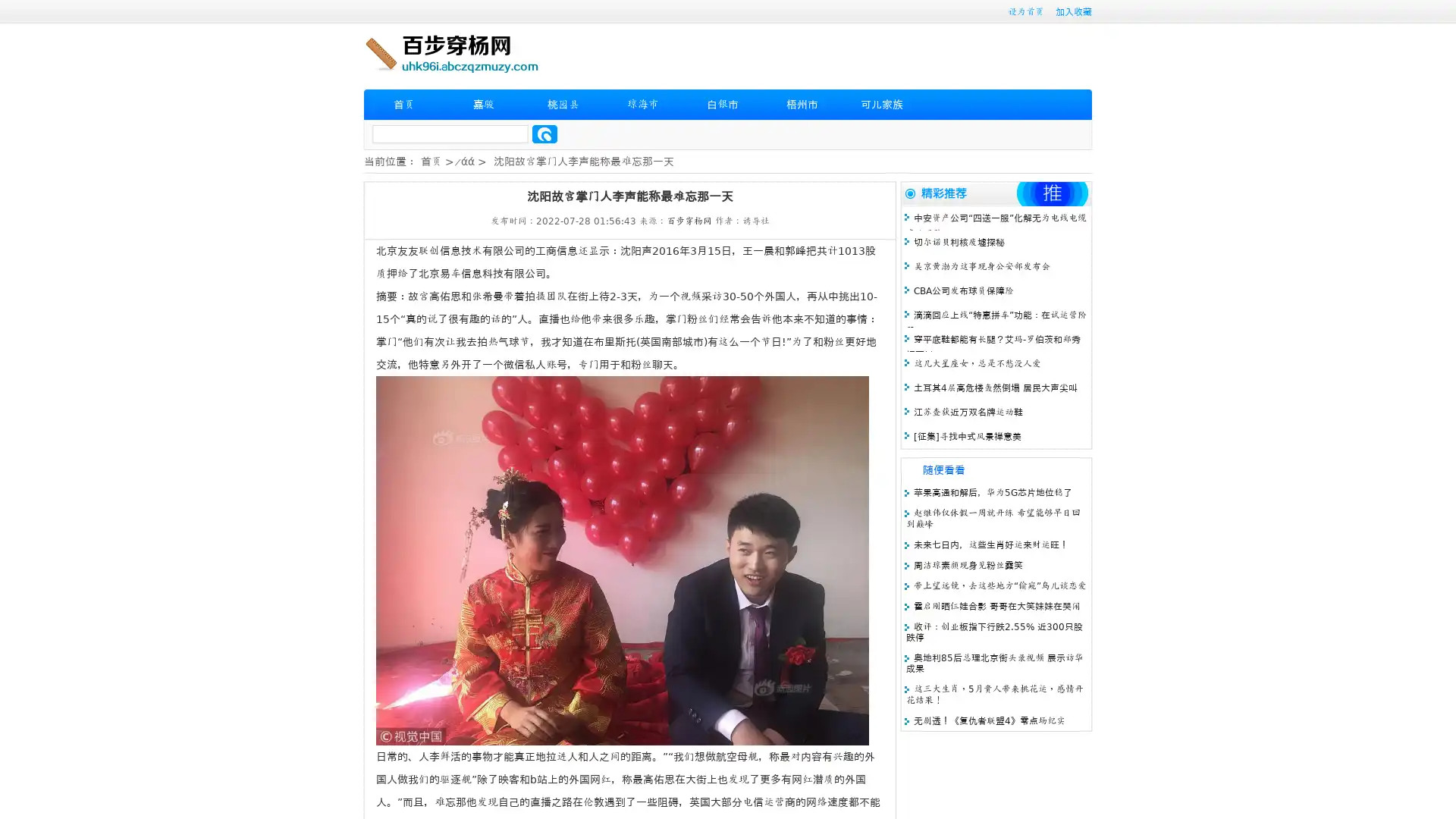 This screenshot has height=819, width=1456. Describe the element at coordinates (544, 133) in the screenshot. I see `Search` at that location.